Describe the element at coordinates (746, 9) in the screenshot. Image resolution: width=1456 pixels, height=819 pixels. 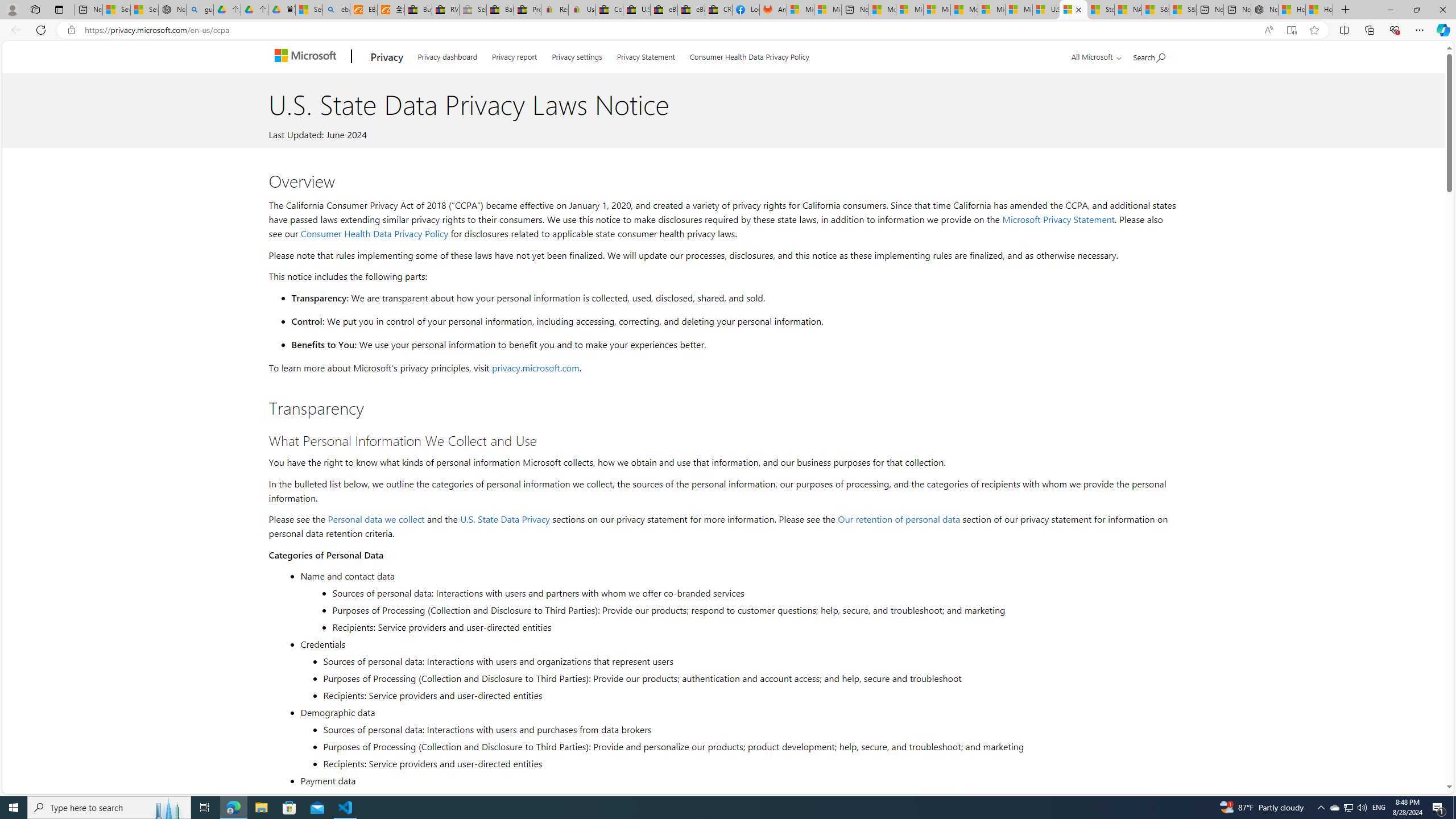
I see `'Log into Facebook'` at that location.